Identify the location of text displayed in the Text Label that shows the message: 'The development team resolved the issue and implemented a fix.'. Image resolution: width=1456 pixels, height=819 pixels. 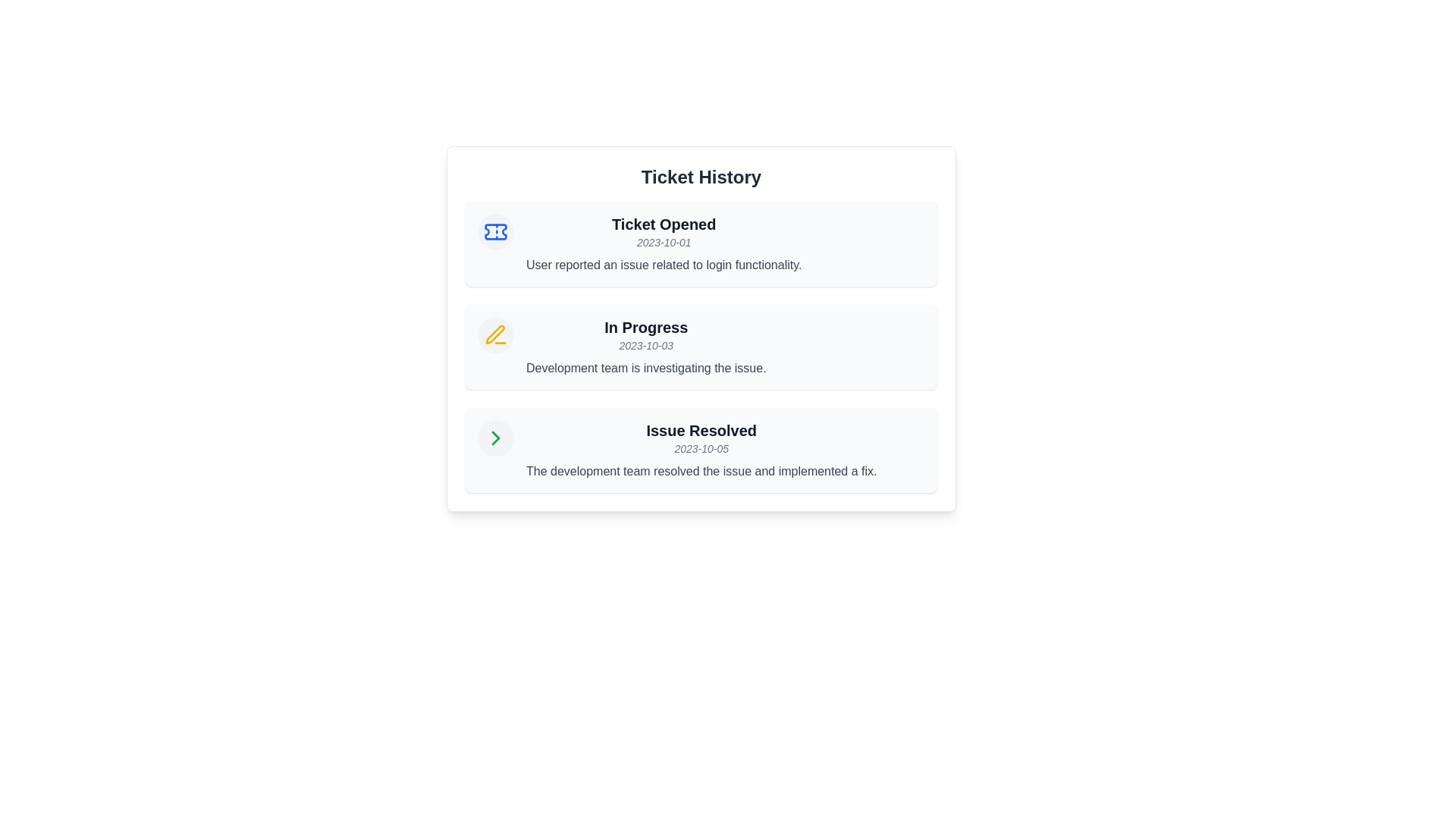
(701, 470).